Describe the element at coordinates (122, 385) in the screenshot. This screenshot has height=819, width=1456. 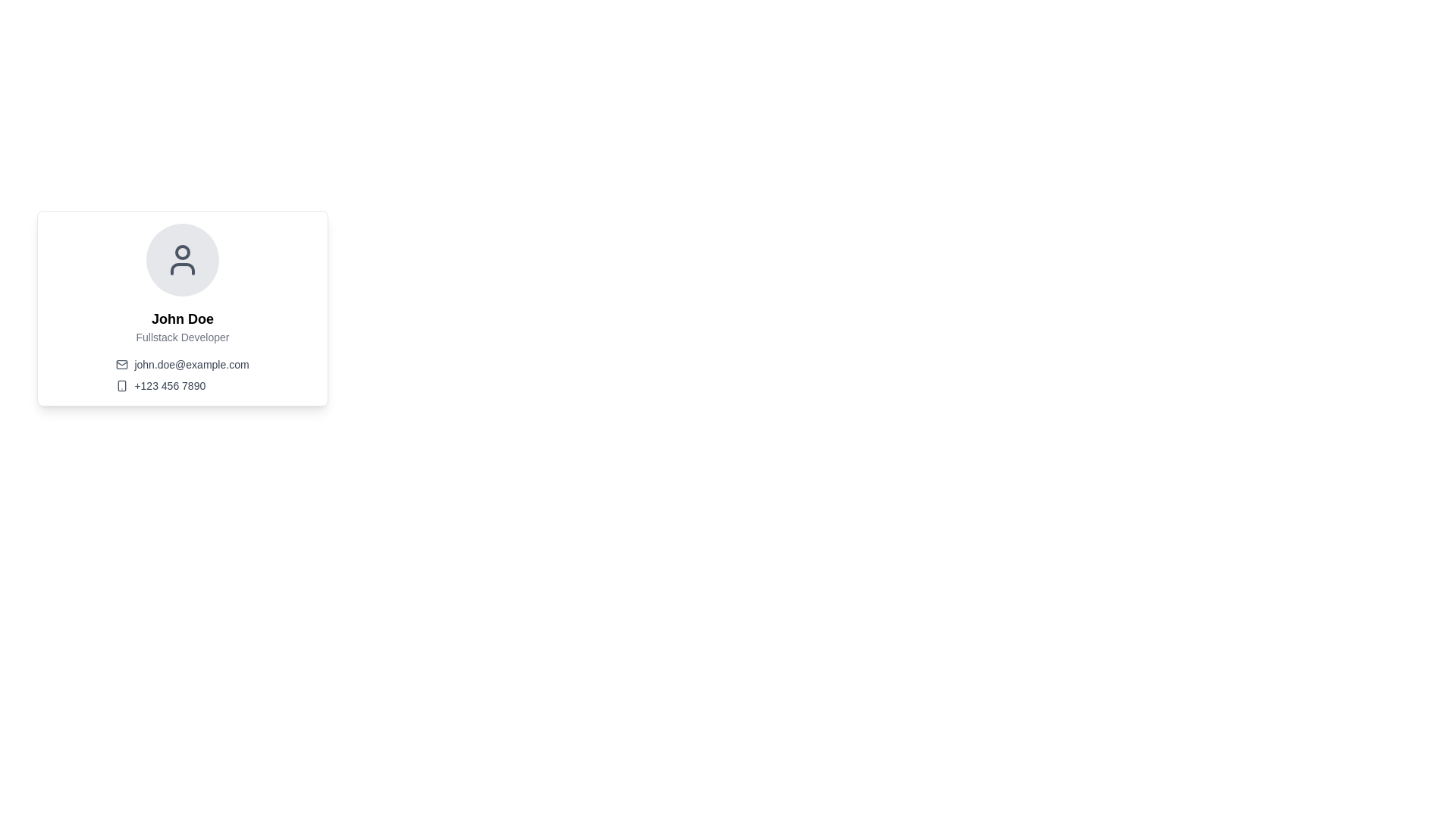
I see `the smartphone icon representing the user's contact information, which is located at the bottom left corner of the card` at that location.